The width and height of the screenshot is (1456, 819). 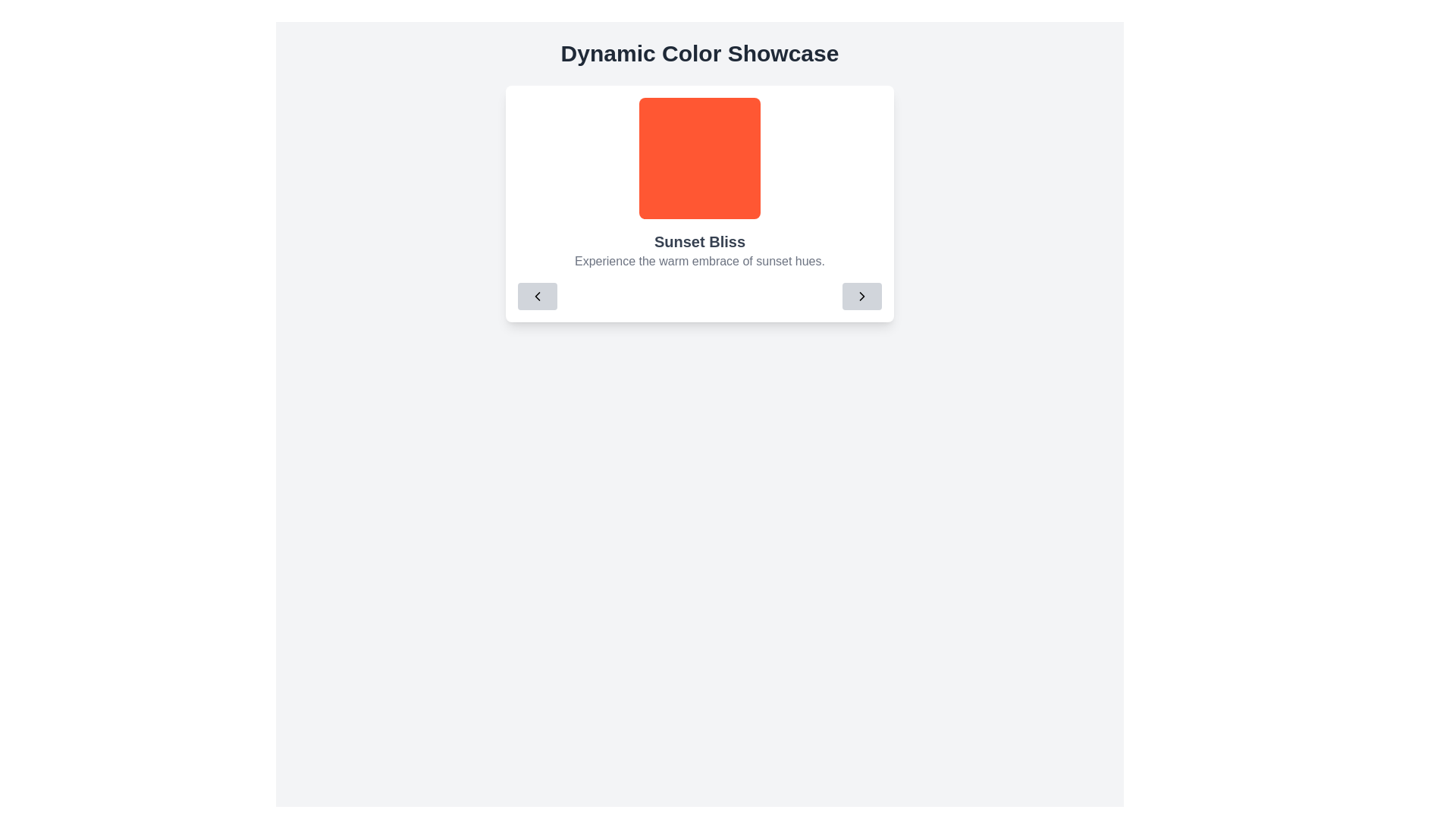 I want to click on the button with a light gray background that darkens on hover, located in the bottom right of the card, so click(x=862, y=296).